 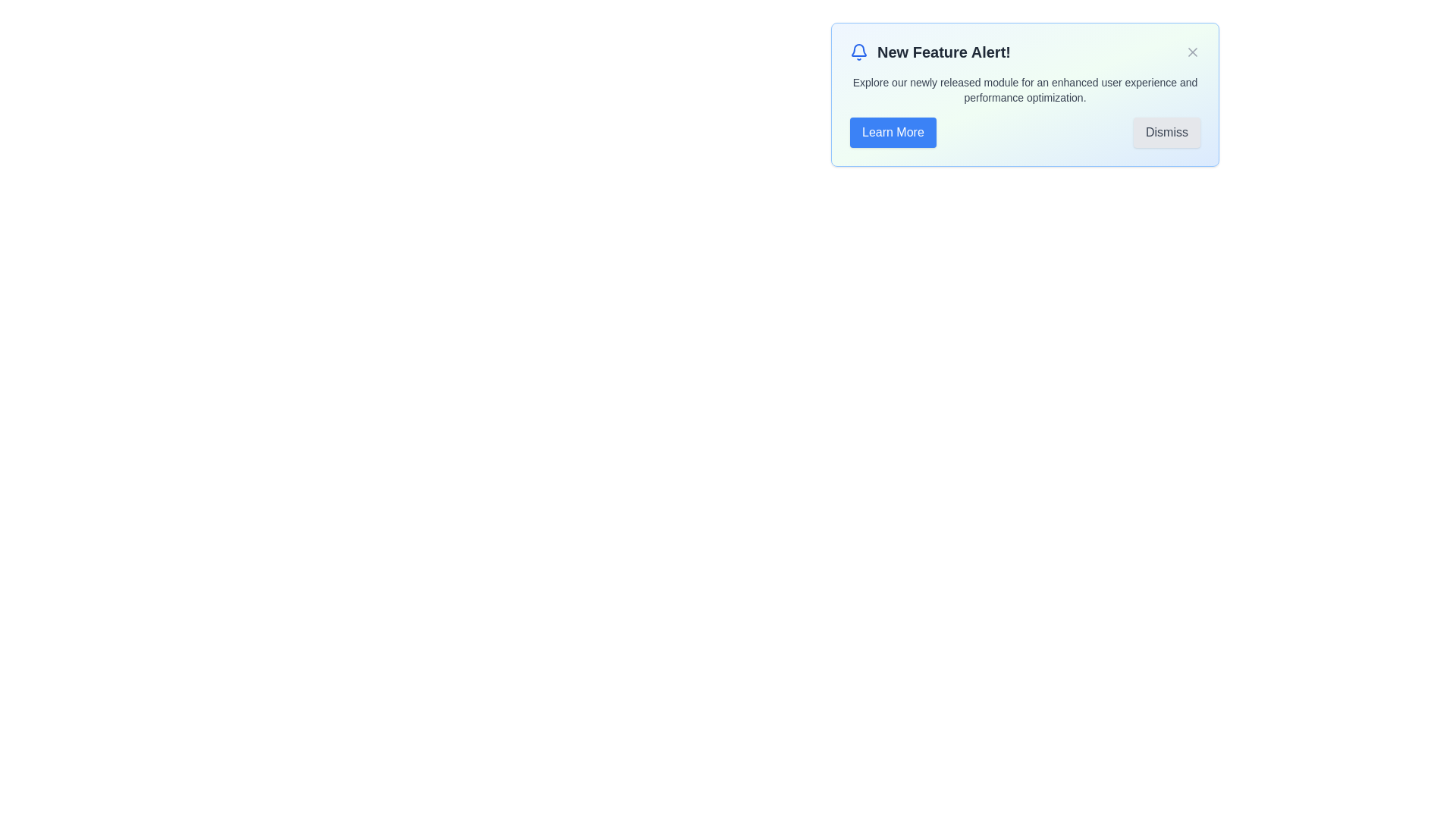 What do you see at coordinates (1192, 52) in the screenshot?
I see `the 'Close' button to dismiss the alert` at bounding box center [1192, 52].